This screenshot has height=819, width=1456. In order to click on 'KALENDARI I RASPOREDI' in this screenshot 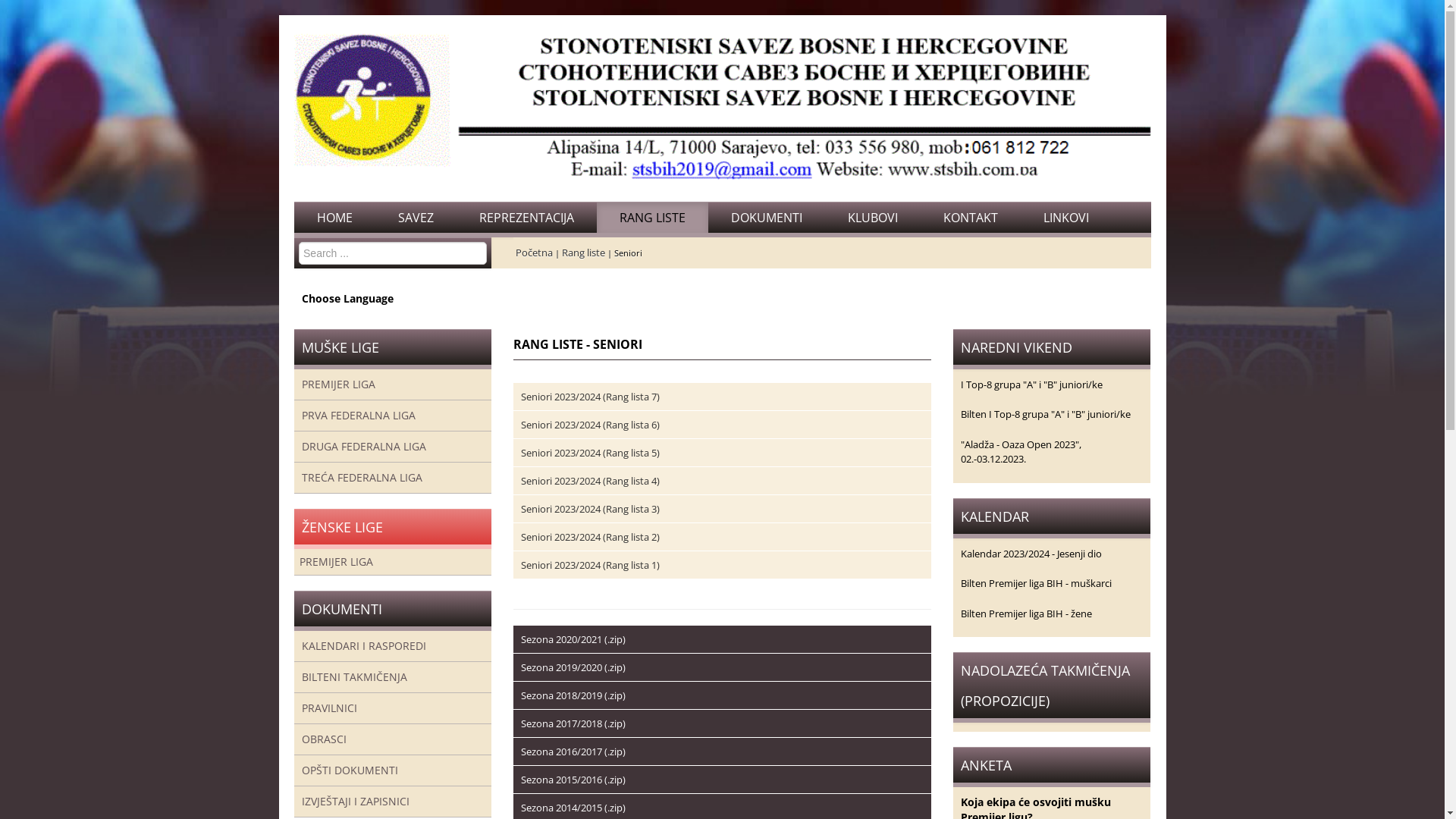, I will do `click(393, 646)`.